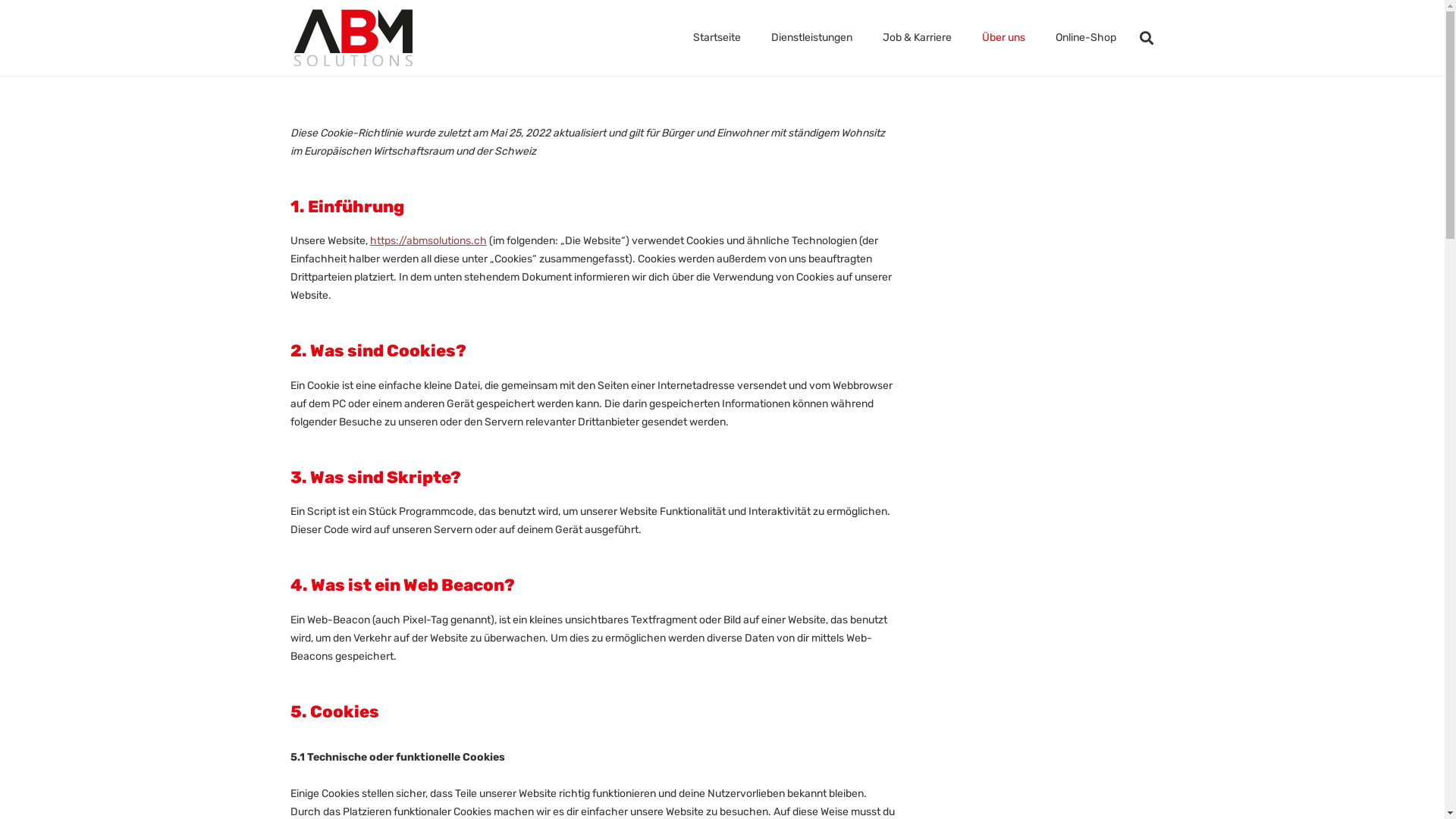 The image size is (1456, 819). Describe the element at coordinates (916, 37) in the screenshot. I see `'Job & Karriere'` at that location.